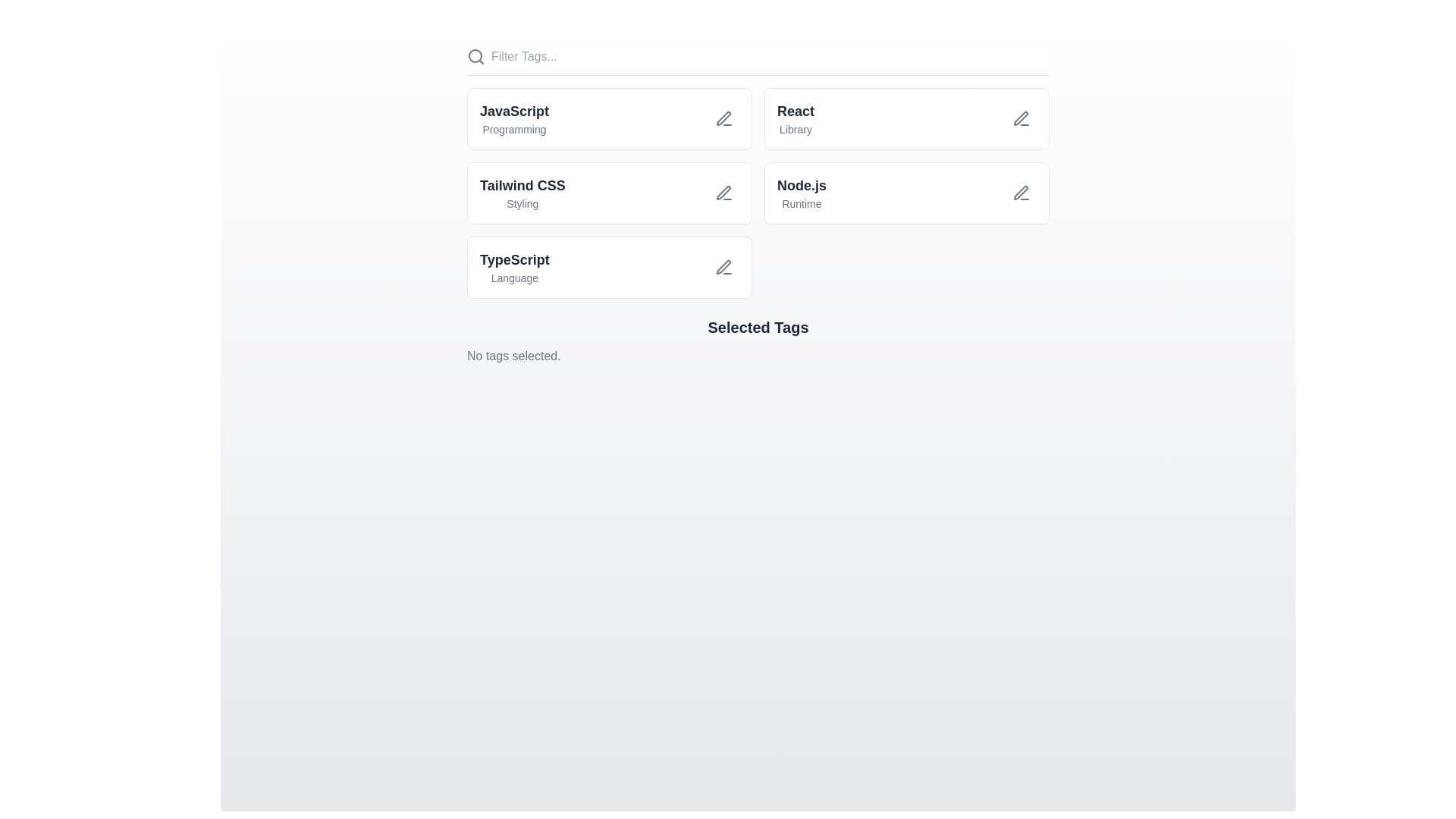 The width and height of the screenshot is (1456, 819). What do you see at coordinates (795, 118) in the screenshot?
I see `the label or text display field that categorizes the content, located in the top-right section of the interface, to the left of the interactive edit icon` at bounding box center [795, 118].